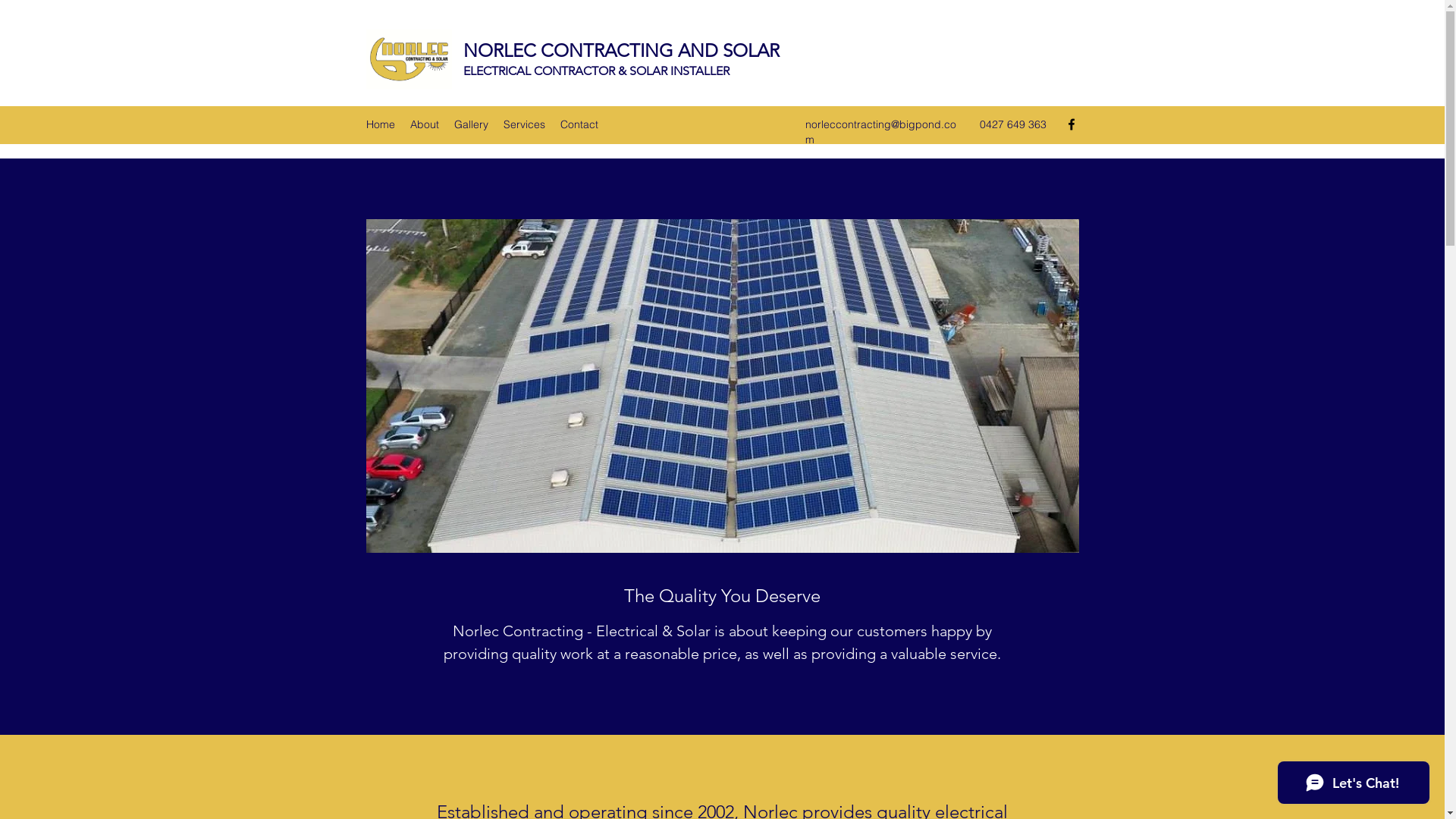 The image size is (1456, 819). What do you see at coordinates (379, 124) in the screenshot?
I see `'Home'` at bounding box center [379, 124].